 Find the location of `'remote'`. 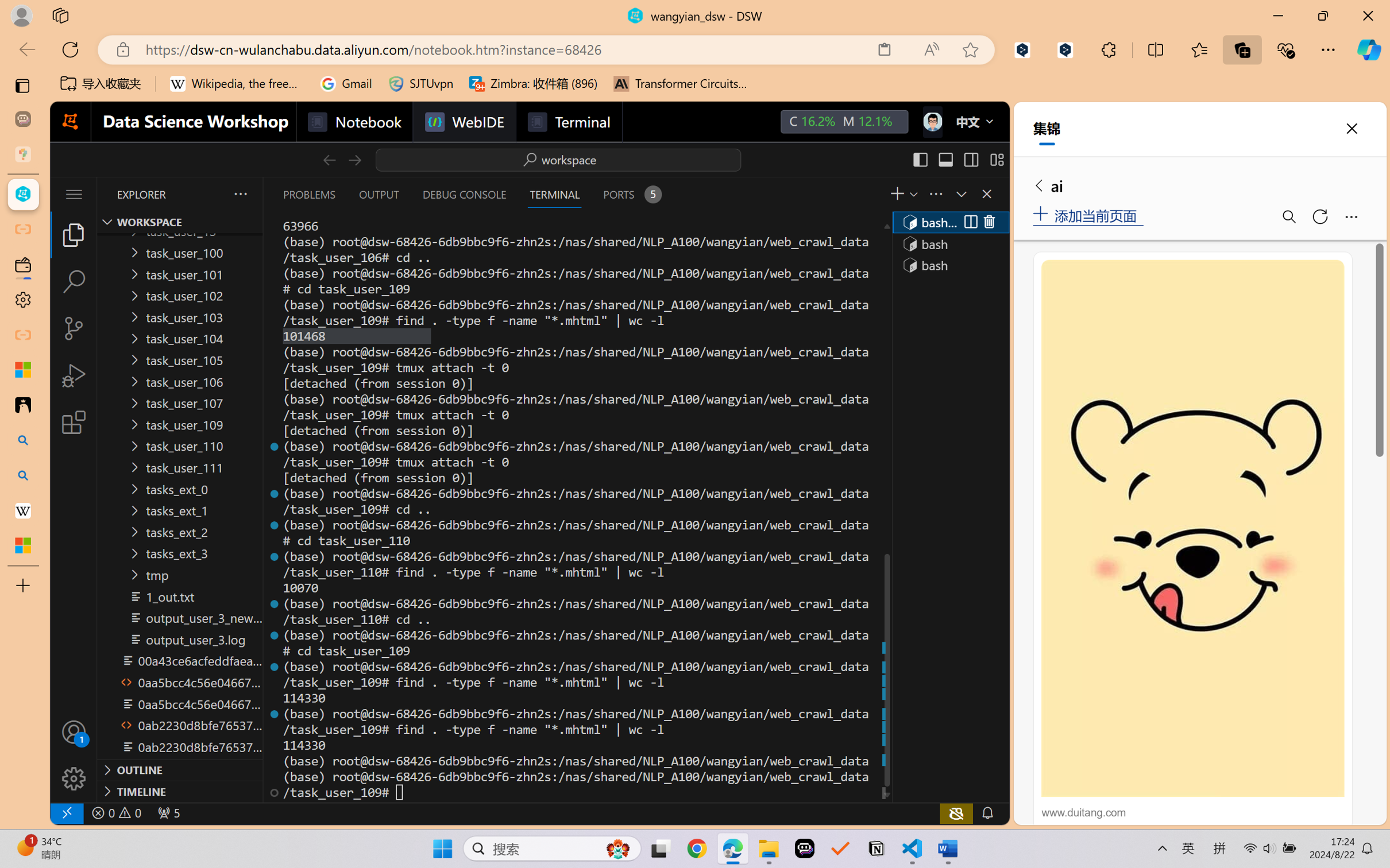

'remote' is located at coordinates (65, 812).